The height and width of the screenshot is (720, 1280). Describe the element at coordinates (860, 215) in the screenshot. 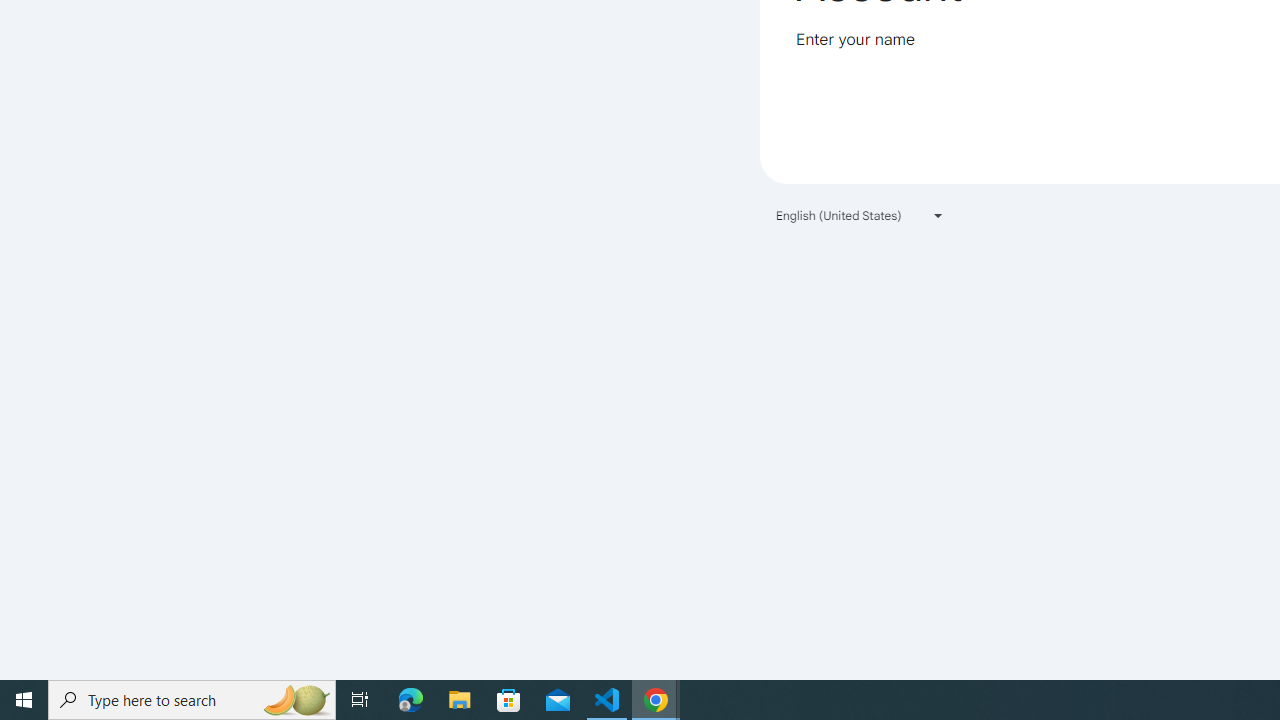

I see `'English (United States)'` at that location.